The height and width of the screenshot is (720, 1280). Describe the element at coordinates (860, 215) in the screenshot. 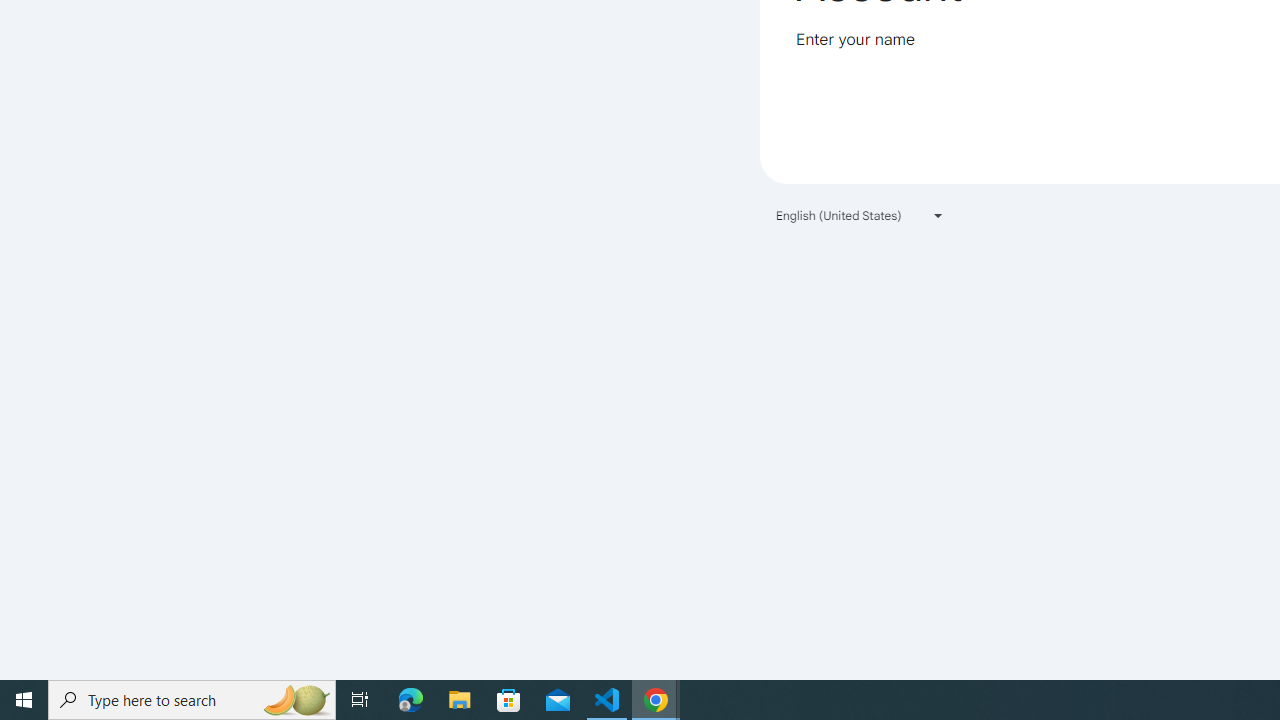

I see `'English (United States)'` at that location.